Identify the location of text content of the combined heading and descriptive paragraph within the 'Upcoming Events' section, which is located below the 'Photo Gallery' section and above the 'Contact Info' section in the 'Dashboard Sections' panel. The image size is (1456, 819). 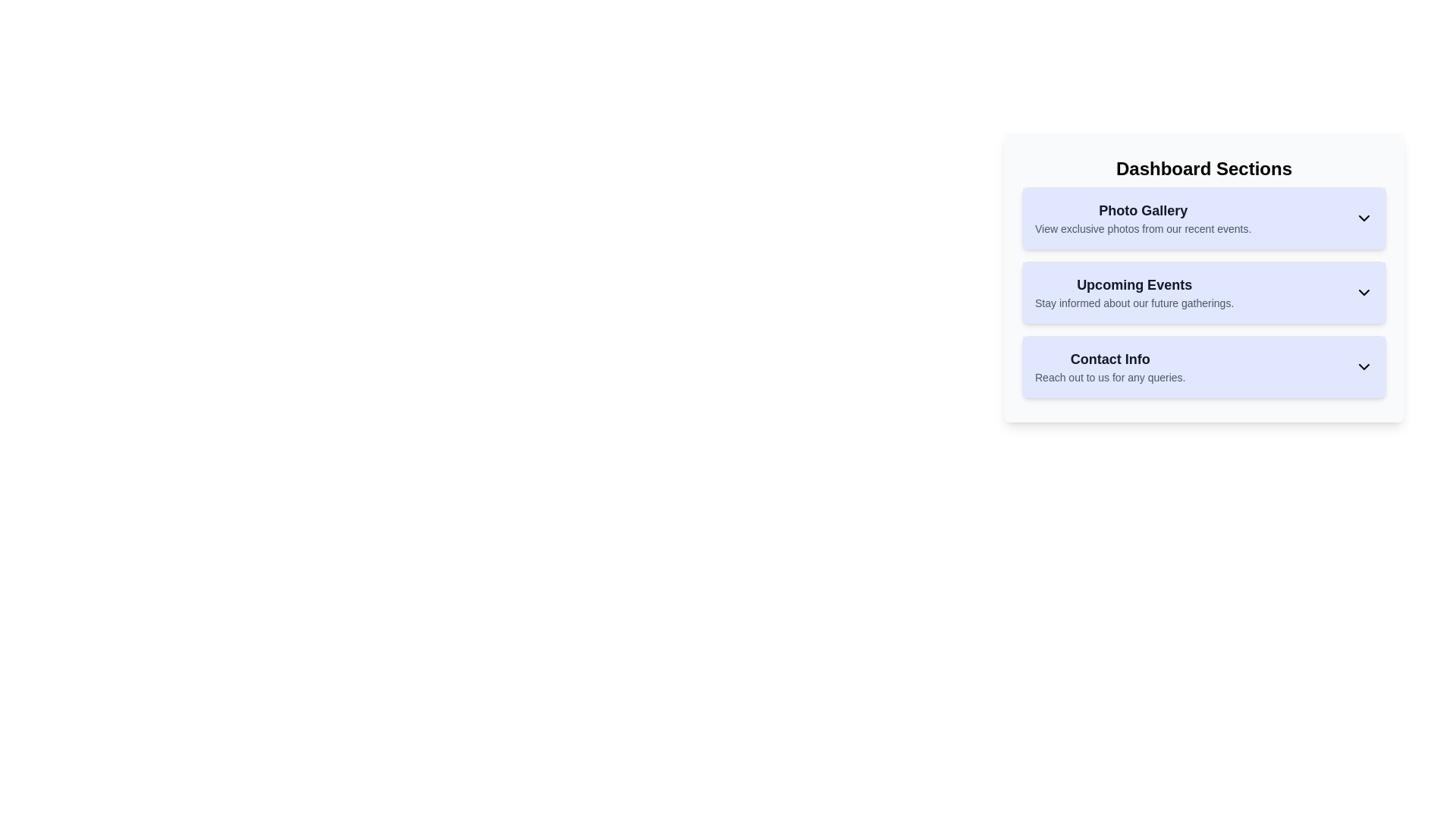
(1134, 292).